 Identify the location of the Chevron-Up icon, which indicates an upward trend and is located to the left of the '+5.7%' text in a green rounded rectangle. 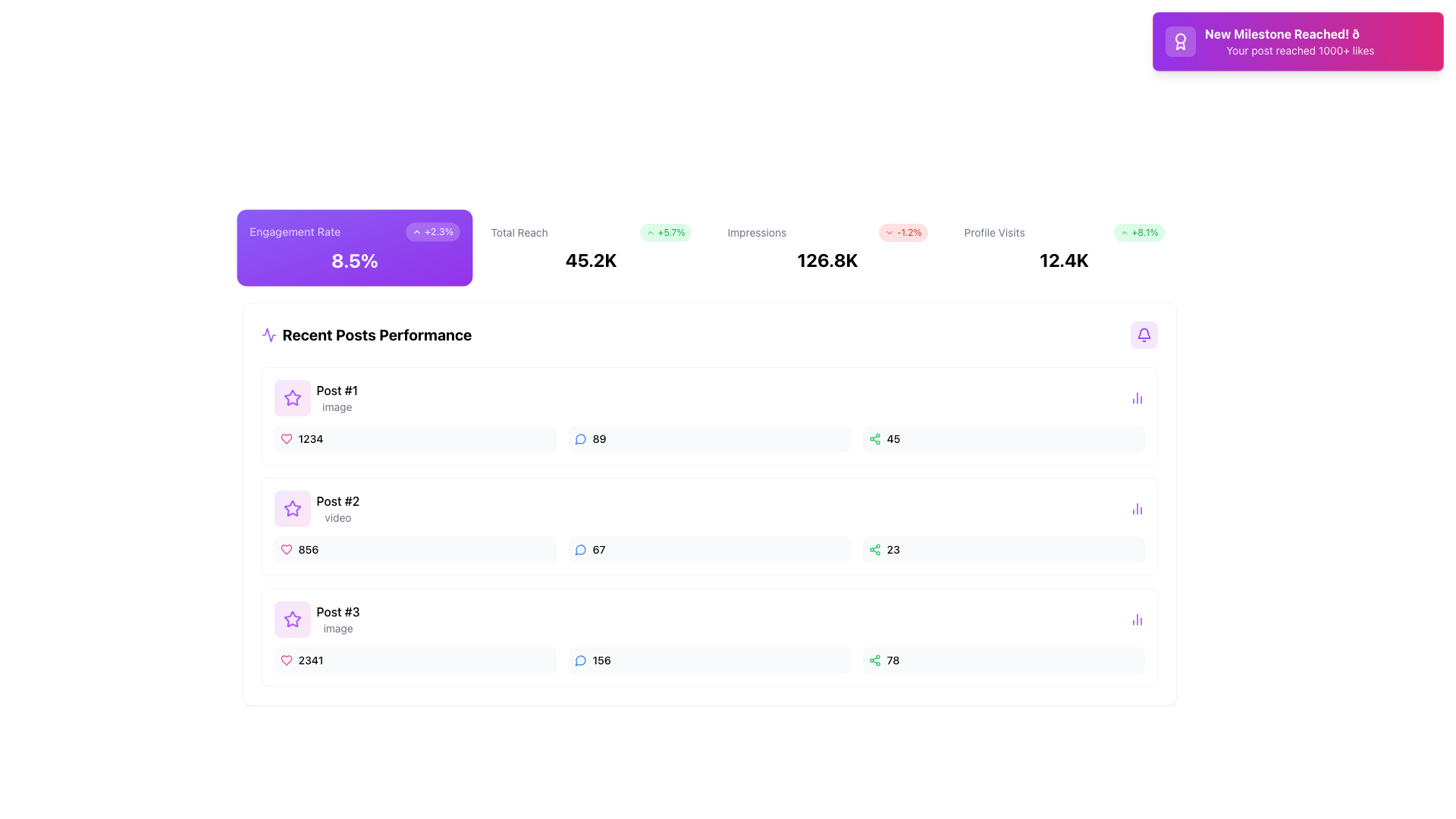
(650, 233).